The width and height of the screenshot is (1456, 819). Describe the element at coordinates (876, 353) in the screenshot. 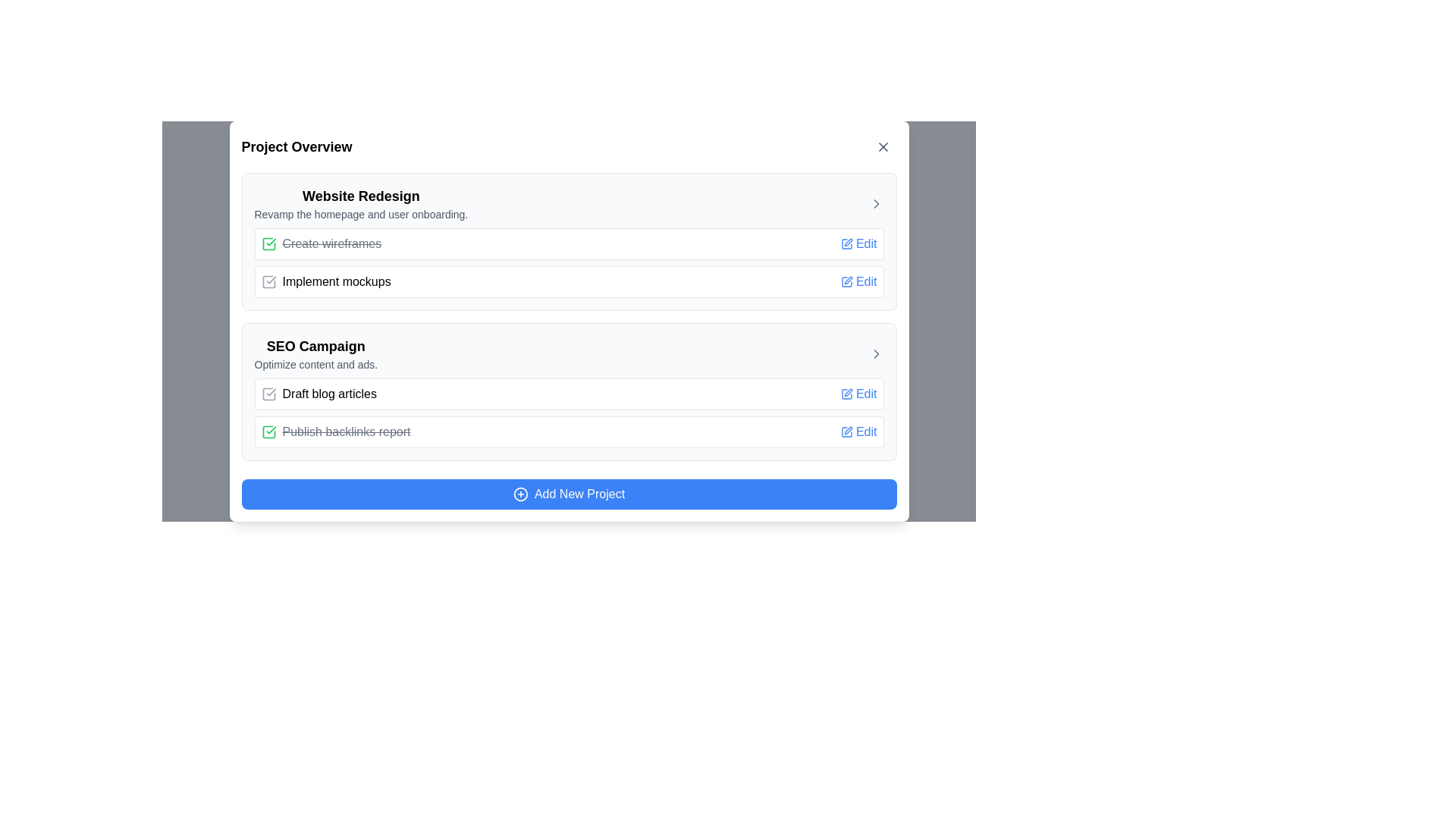

I see `the Chevron icon located at the far-right within the row associated with the 'SEO Campaign' project` at that location.